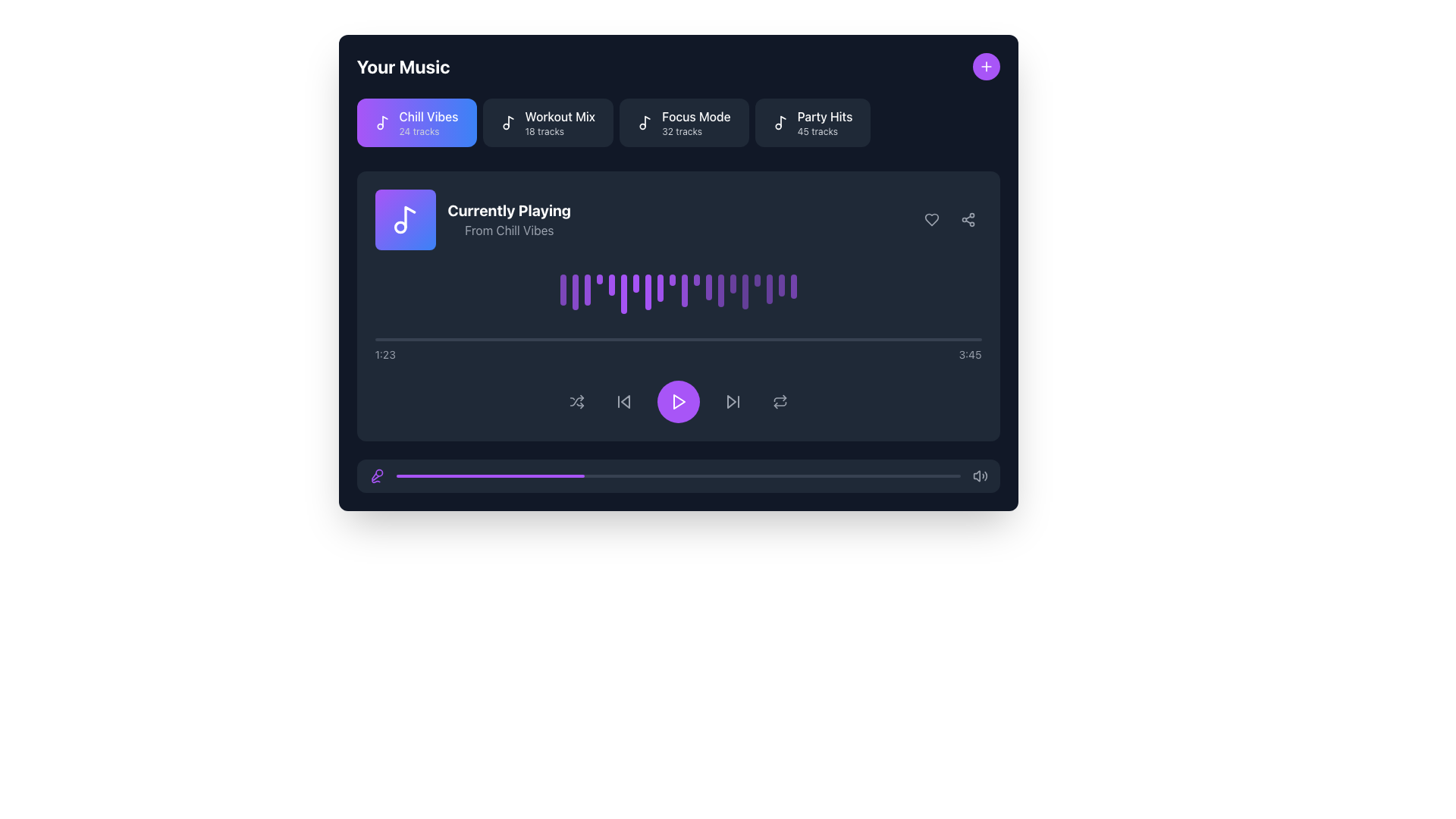 The height and width of the screenshot is (819, 1456). I want to click on the triangular play button located centrally in the playback control panel, so click(678, 401).